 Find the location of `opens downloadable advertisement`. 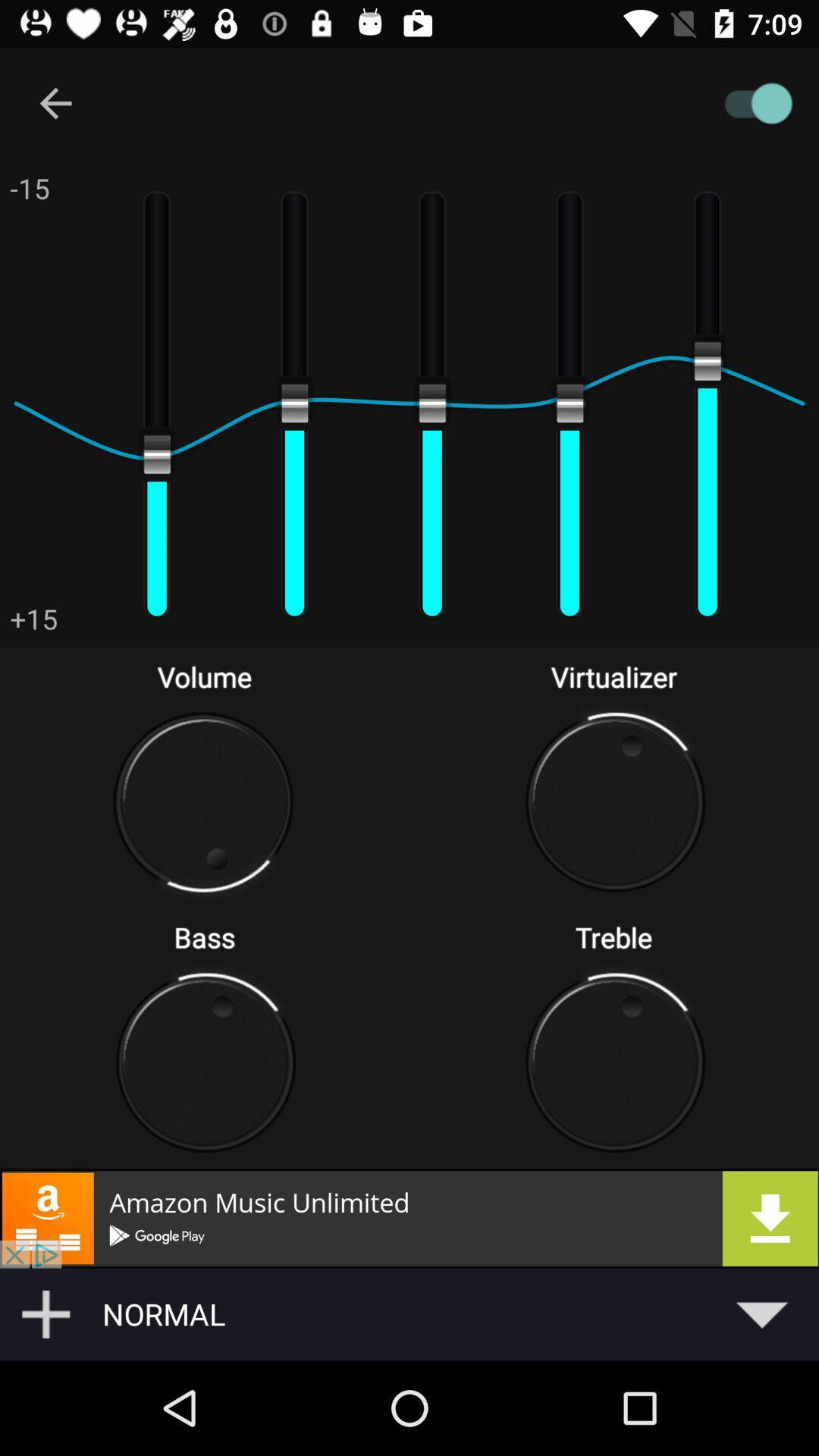

opens downloadable advertisement is located at coordinates (409, 1218).